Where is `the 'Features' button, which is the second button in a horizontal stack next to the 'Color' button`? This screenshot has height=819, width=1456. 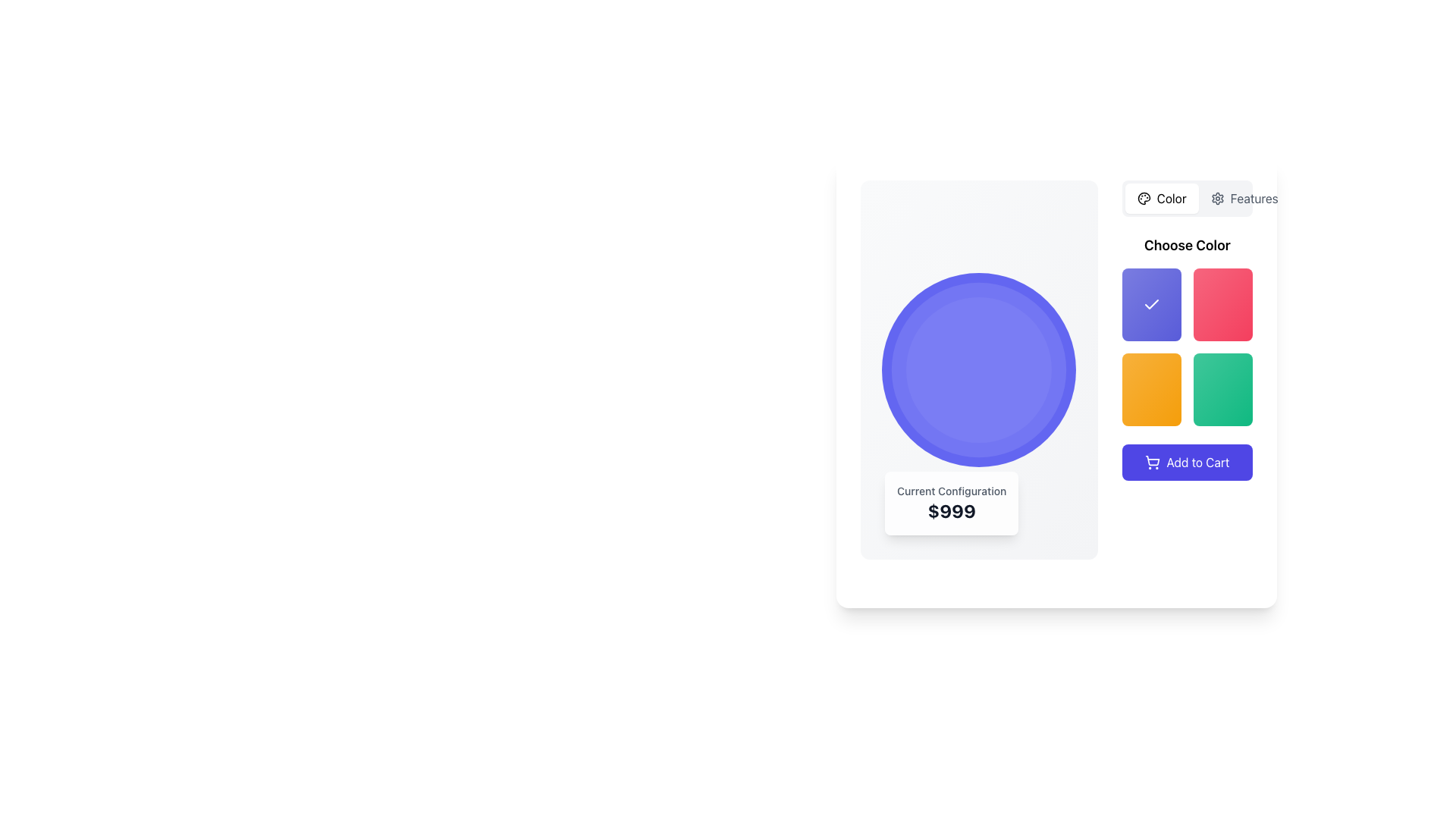 the 'Features' button, which is the second button in a horizontal stack next to the 'Color' button is located at coordinates (1244, 198).